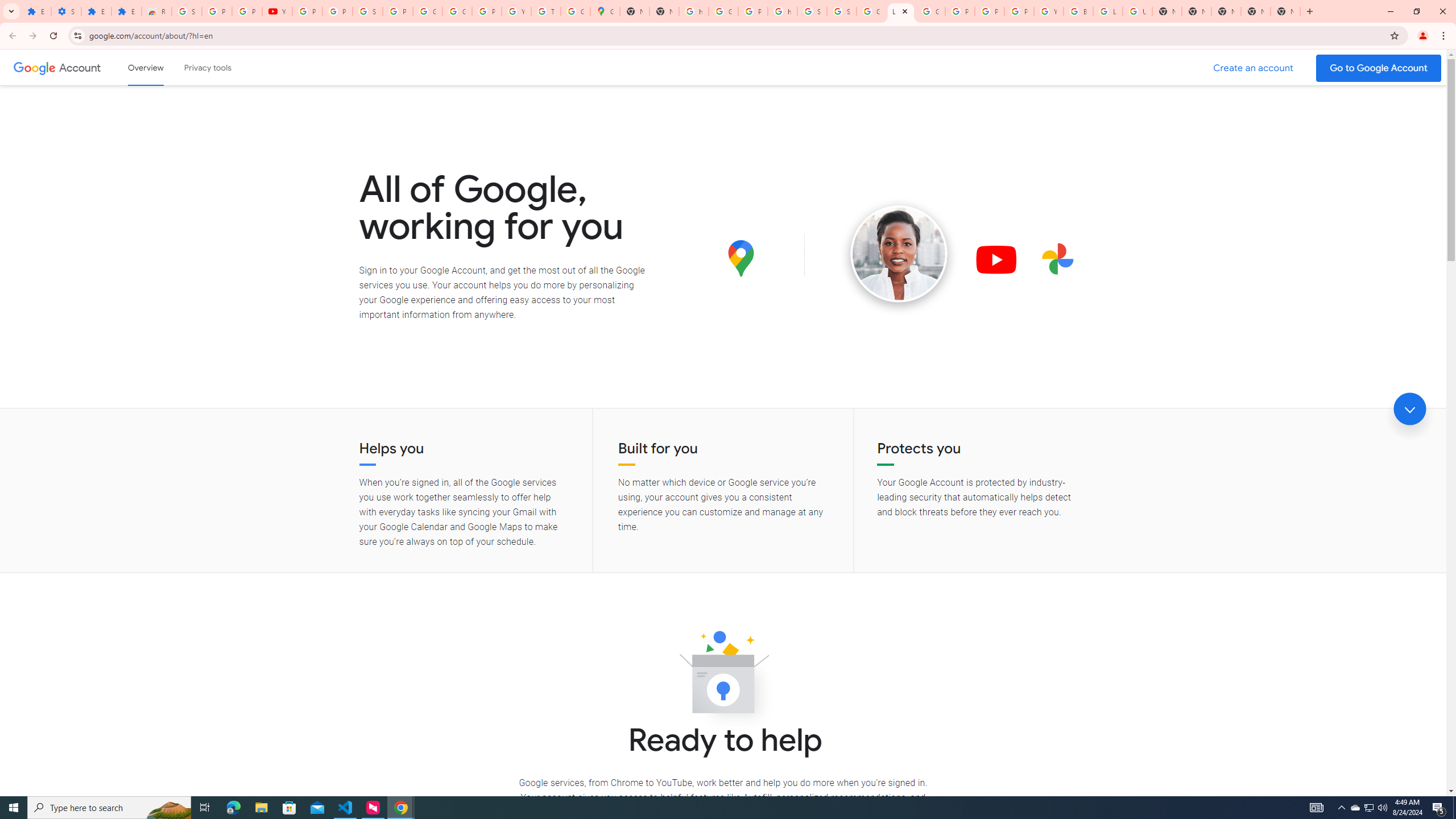  I want to click on 'YouTube', so click(276, 11).